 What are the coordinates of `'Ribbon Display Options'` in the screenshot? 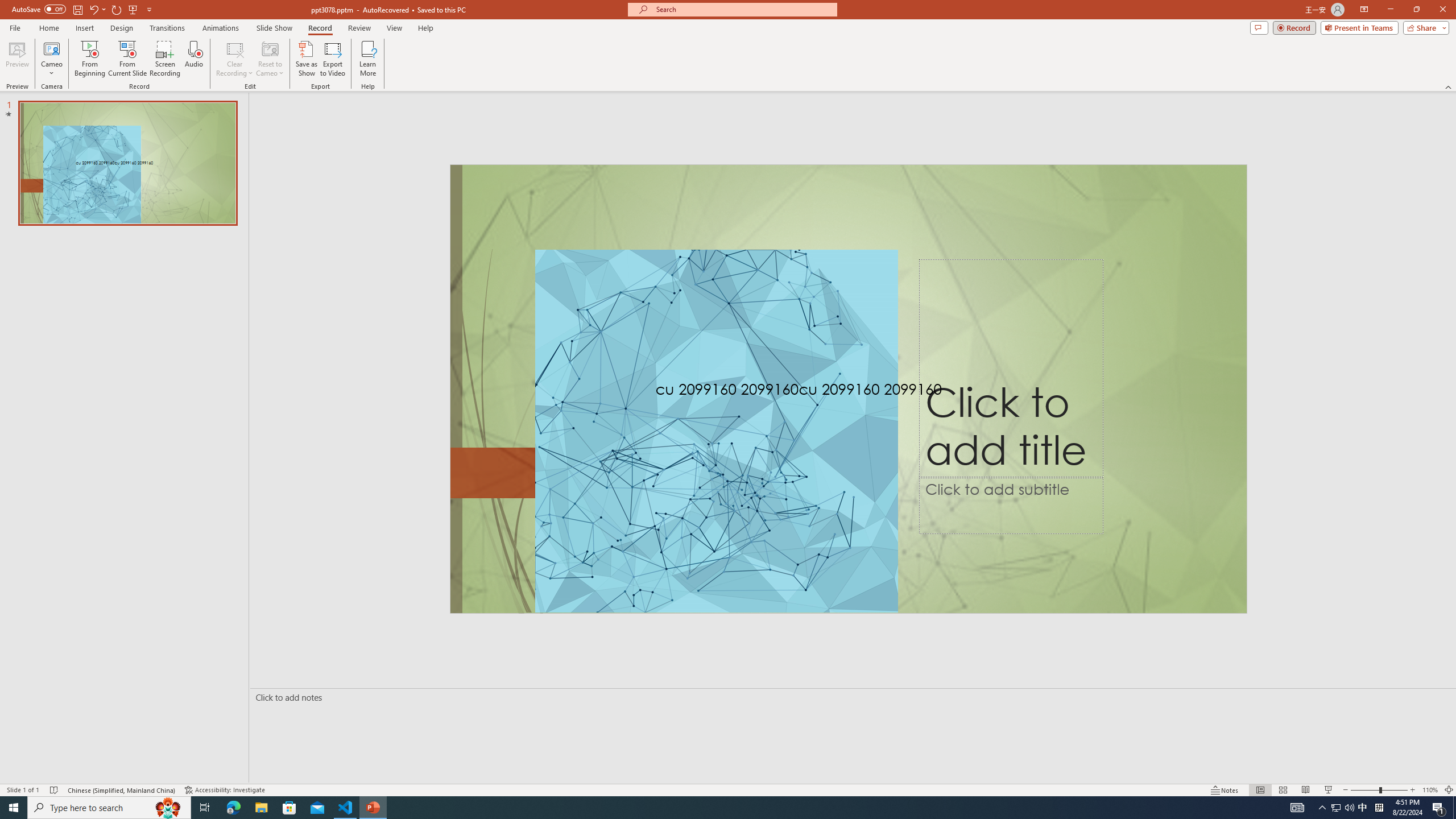 It's located at (1363, 9).